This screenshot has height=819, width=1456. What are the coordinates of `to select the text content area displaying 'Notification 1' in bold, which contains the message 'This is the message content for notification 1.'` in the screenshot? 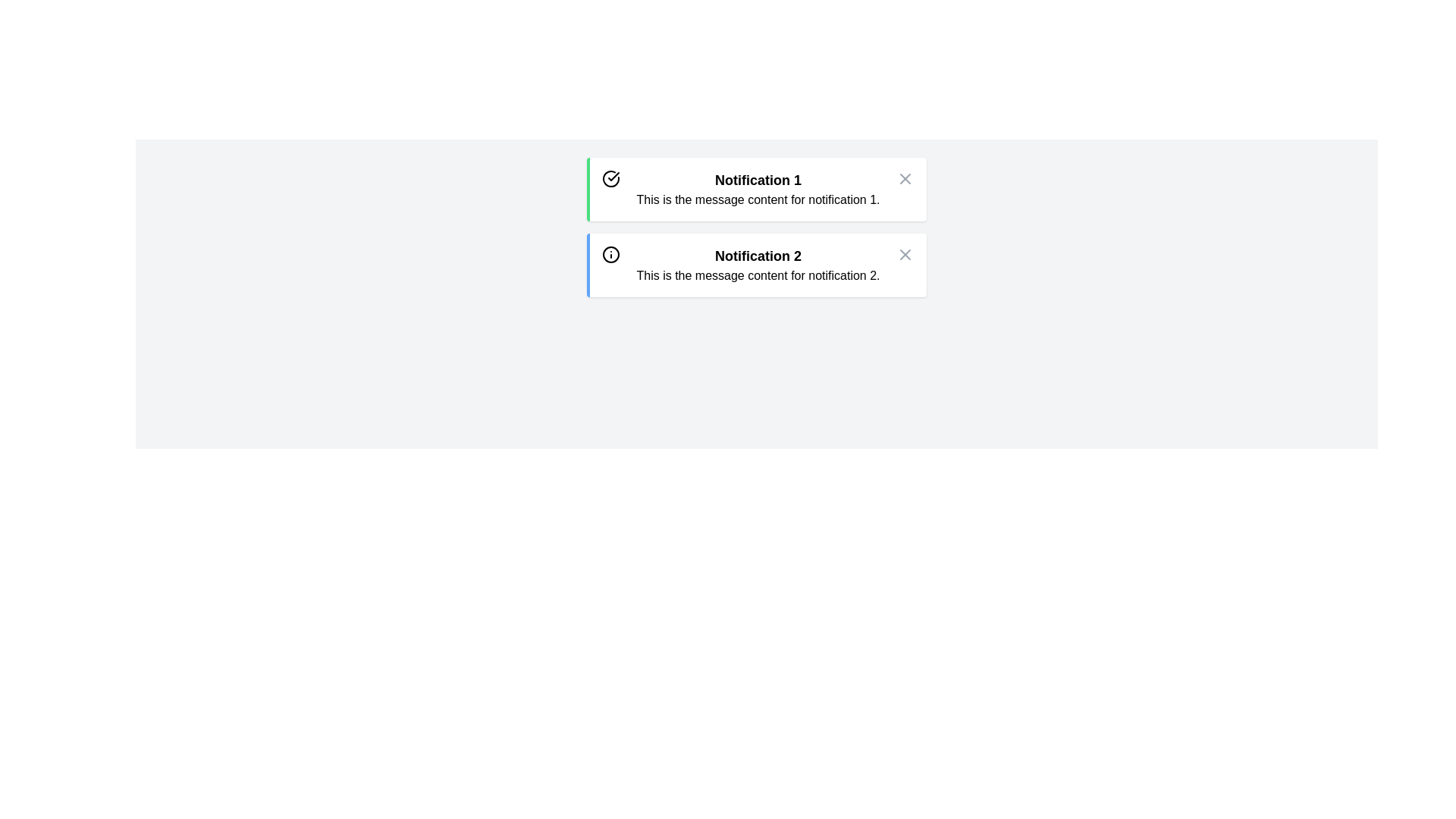 It's located at (758, 189).